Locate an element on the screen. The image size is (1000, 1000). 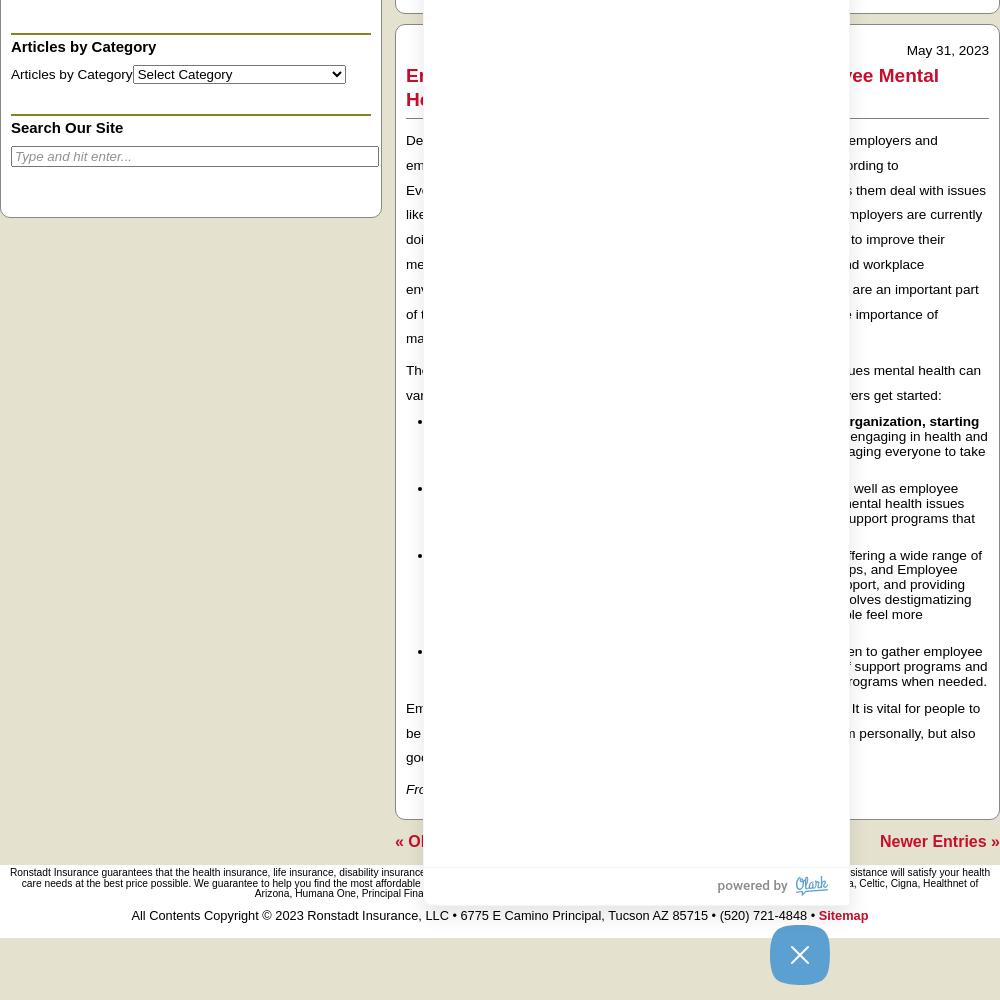
'The strategy and tactics for building and sustaining a work culture that values mental health can vary by organization. However, there are some basic steps to help employers get started:' is located at coordinates (692, 382).